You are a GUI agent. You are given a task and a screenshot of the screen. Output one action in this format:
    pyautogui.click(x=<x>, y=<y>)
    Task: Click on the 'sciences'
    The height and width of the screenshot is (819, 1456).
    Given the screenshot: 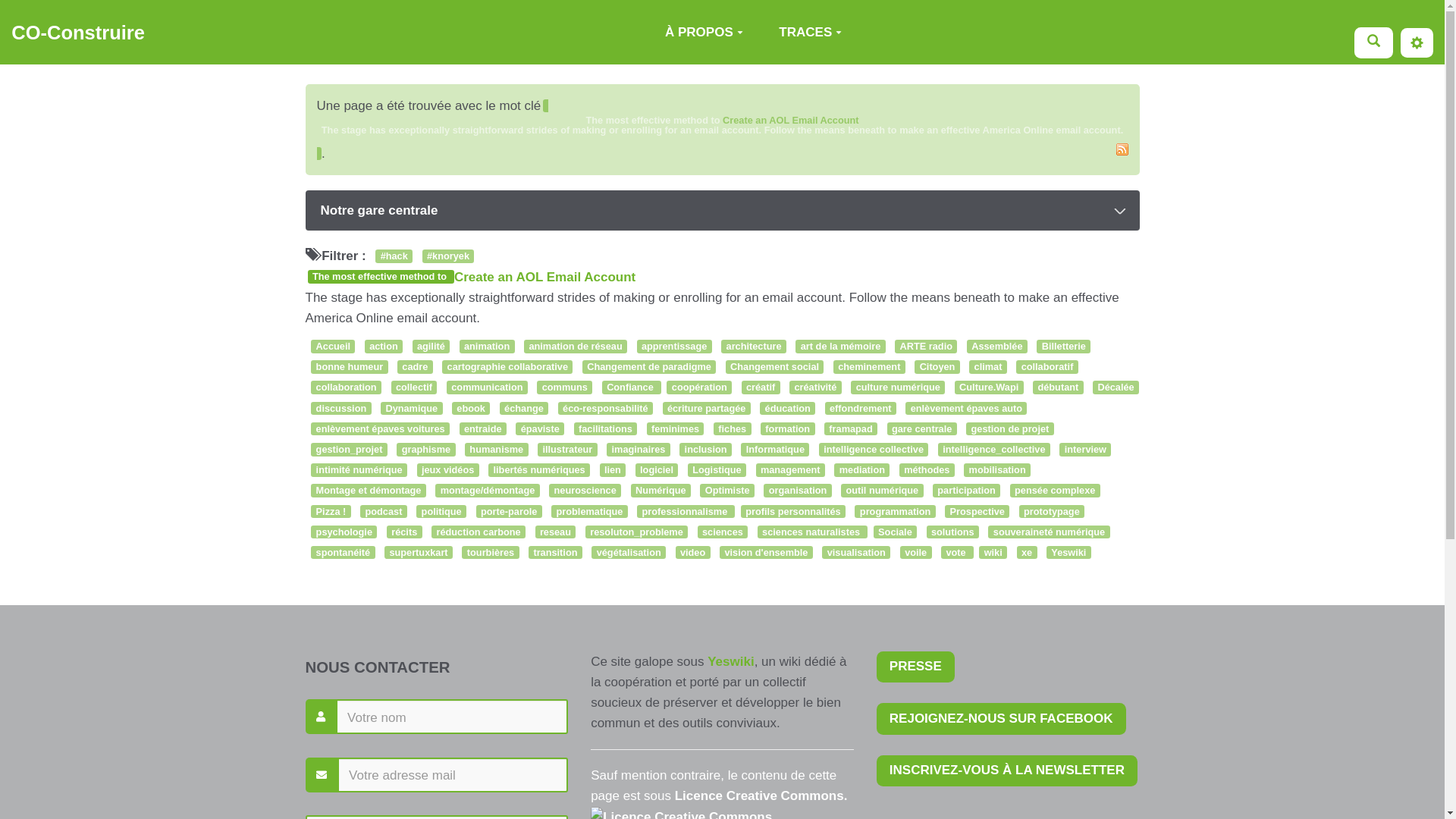 What is the action you would take?
    pyautogui.click(x=697, y=532)
    